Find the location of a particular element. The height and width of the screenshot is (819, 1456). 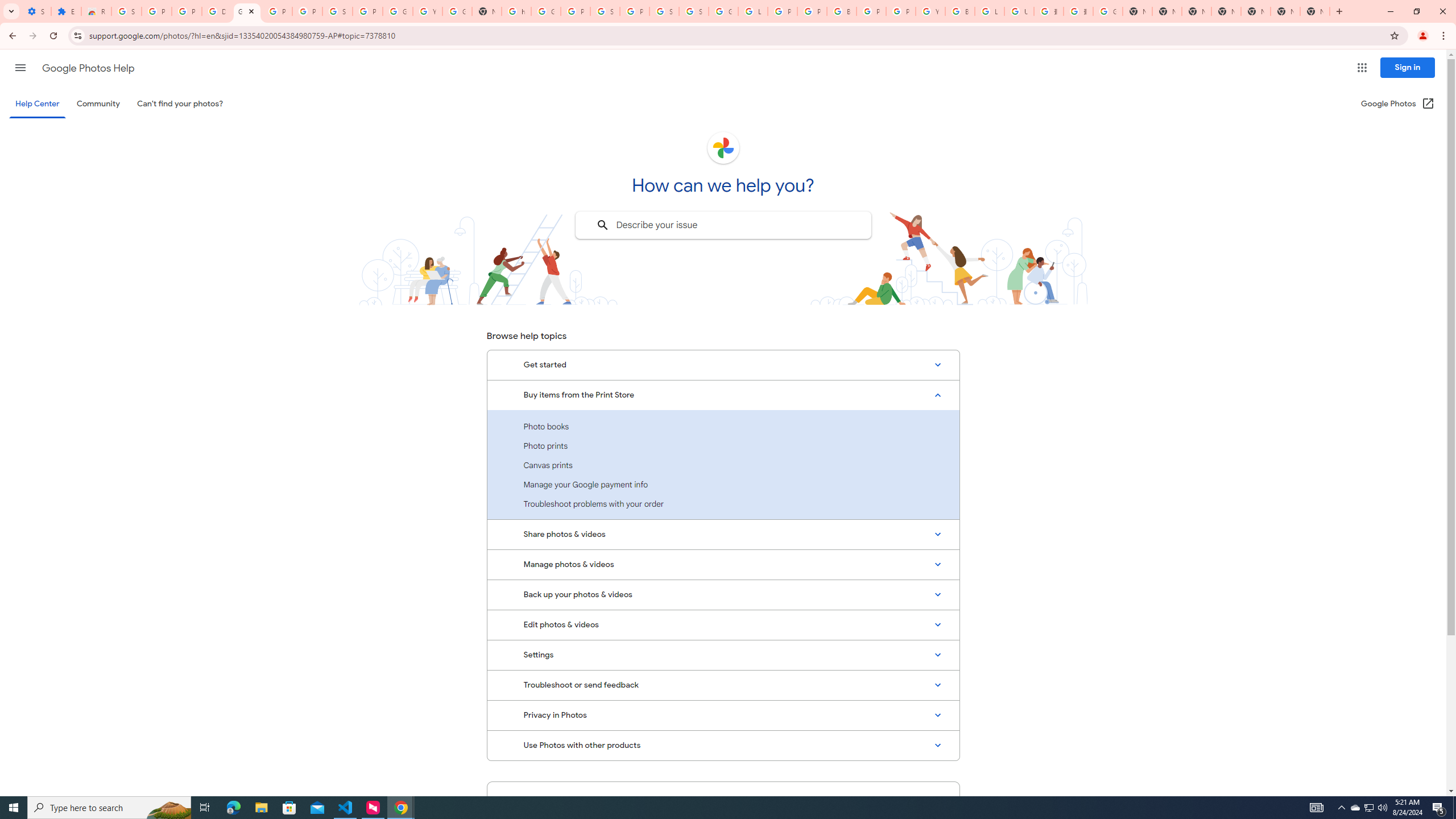

'Privacy Help Center - Policies Help' is located at coordinates (782, 11).